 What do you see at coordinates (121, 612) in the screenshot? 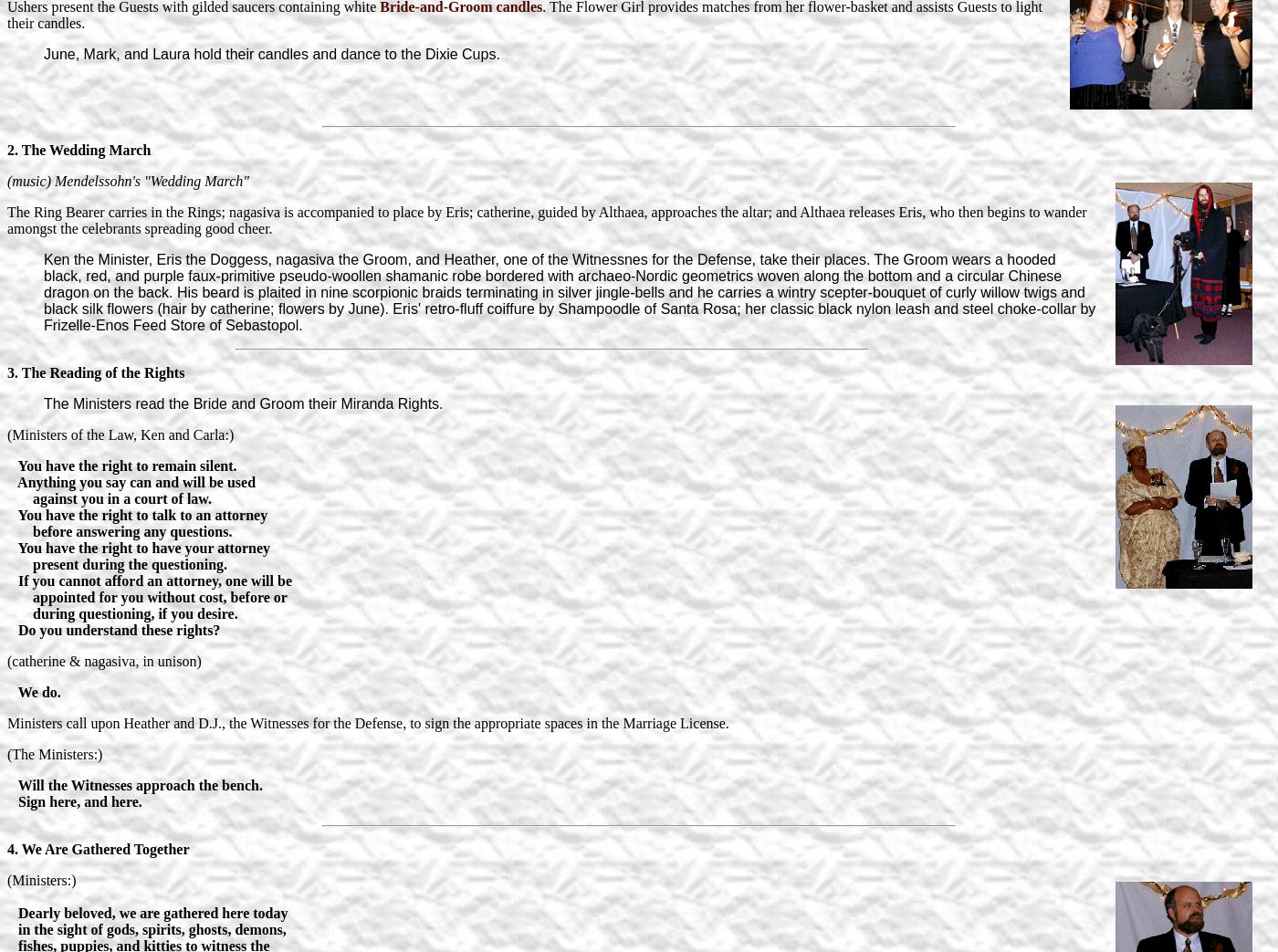
I see `'during questioning, if you desire.'` at bounding box center [121, 612].